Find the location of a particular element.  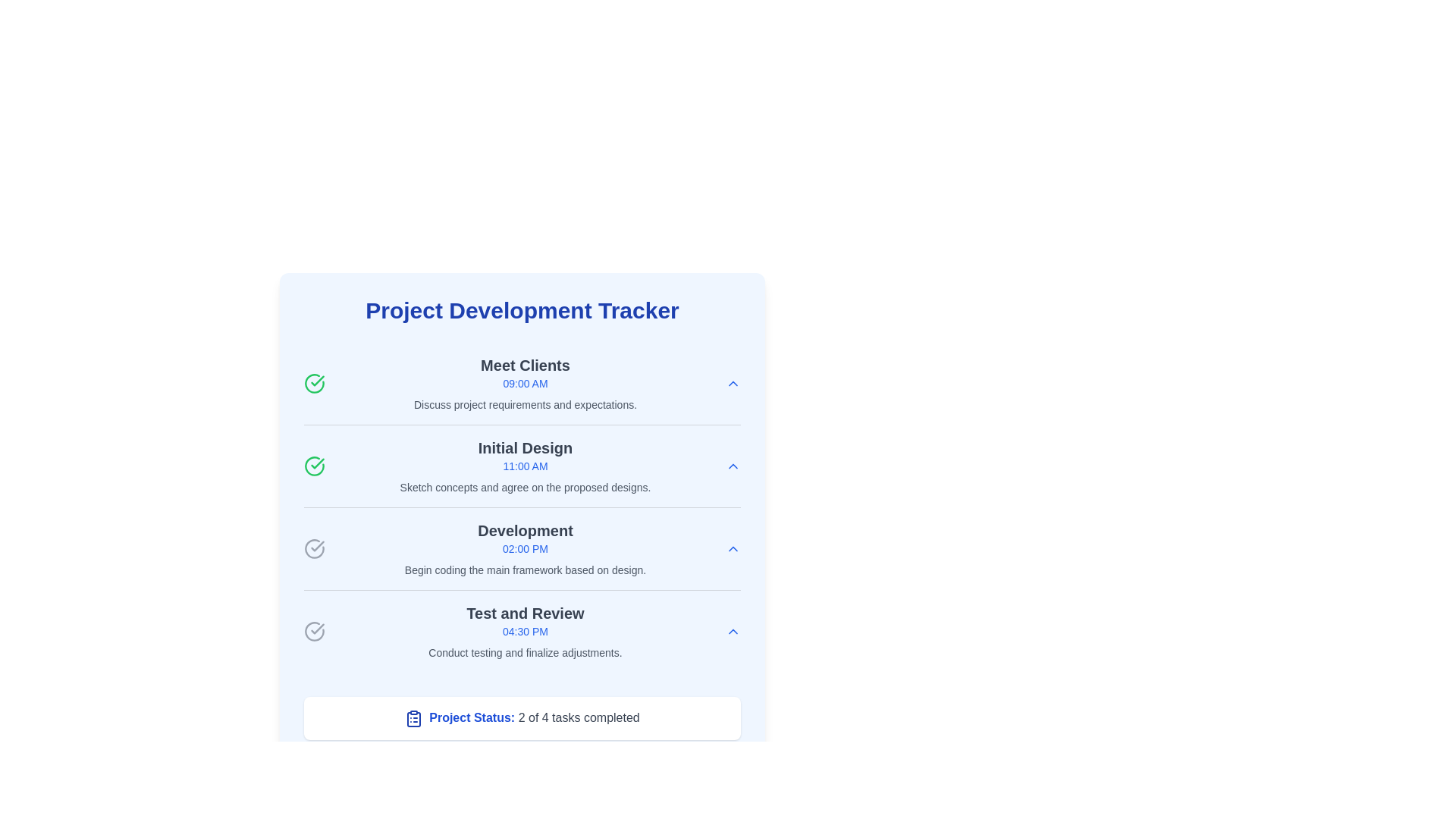

the third entry labeled 'Development' in the 'Project Development Tracker' section of the interface is located at coordinates (522, 507).